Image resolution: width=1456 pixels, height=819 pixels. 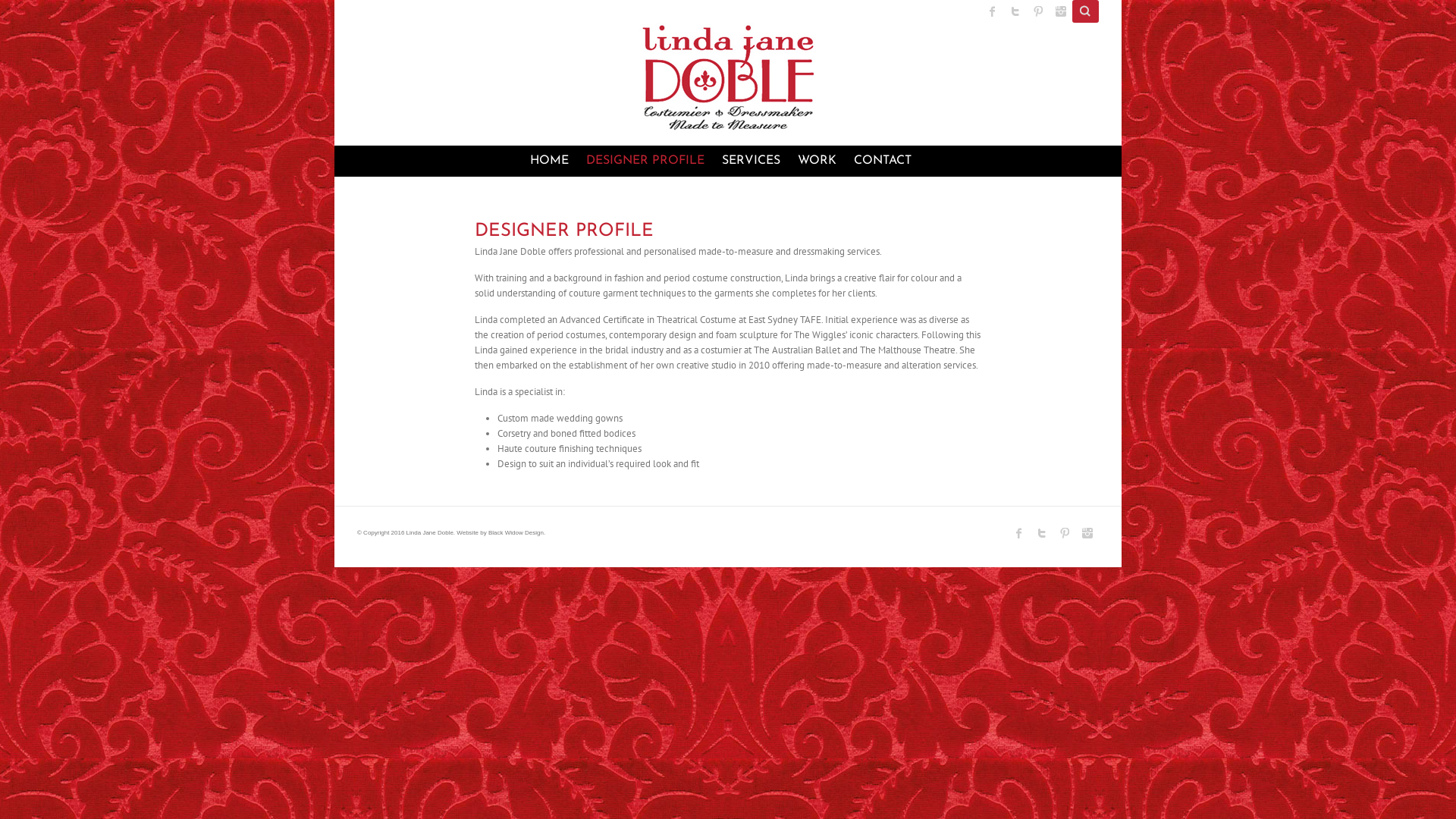 I want to click on 'HOME', so click(x=548, y=158).